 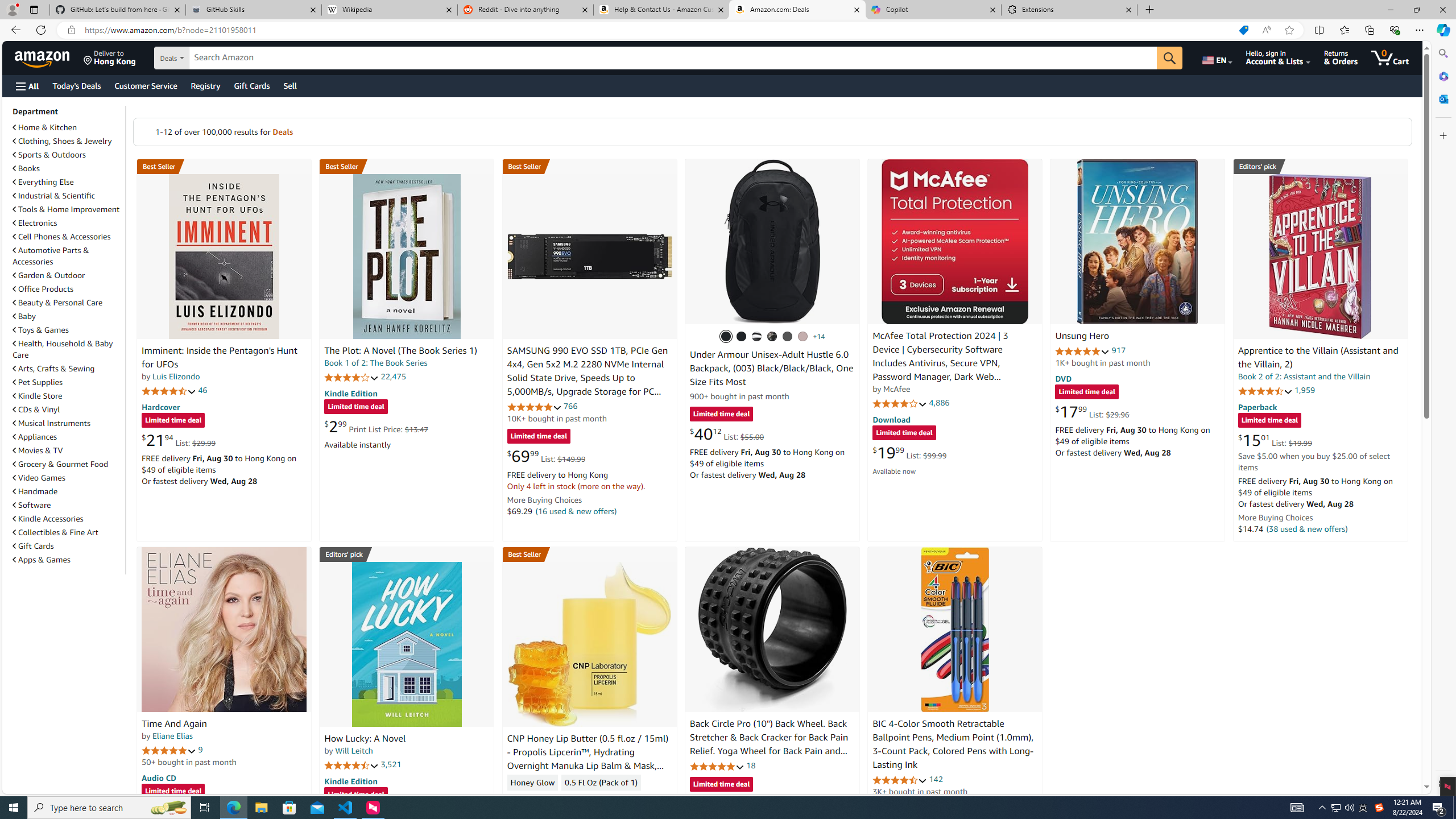 What do you see at coordinates (200, 749) in the screenshot?
I see `'9'` at bounding box center [200, 749].